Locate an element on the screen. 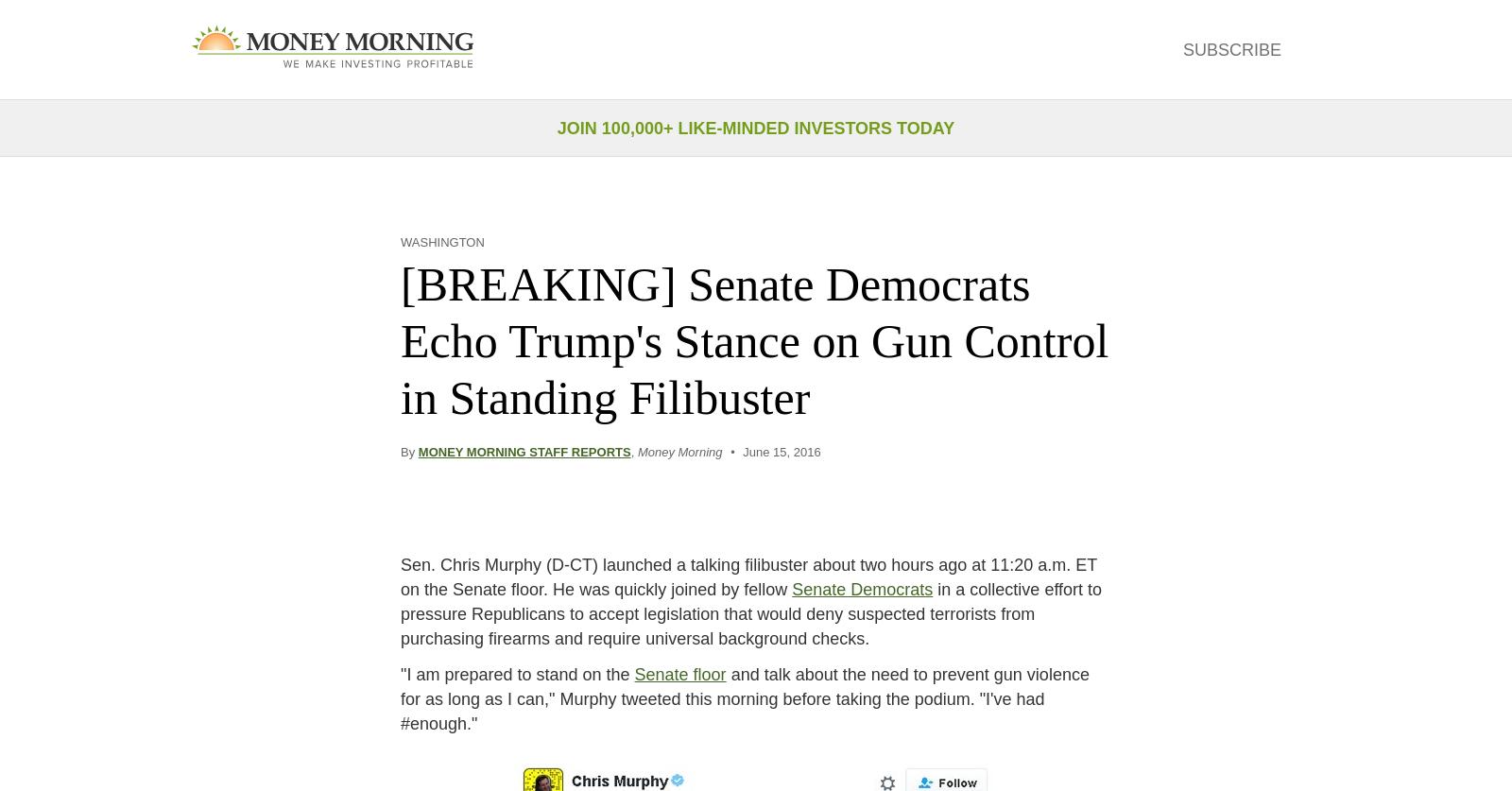 Image resolution: width=1512 pixels, height=791 pixels. '[BREAKING] Senate Democrats Echo Trump's Stance on Gun Control in Standing Filibuster' is located at coordinates (754, 340).